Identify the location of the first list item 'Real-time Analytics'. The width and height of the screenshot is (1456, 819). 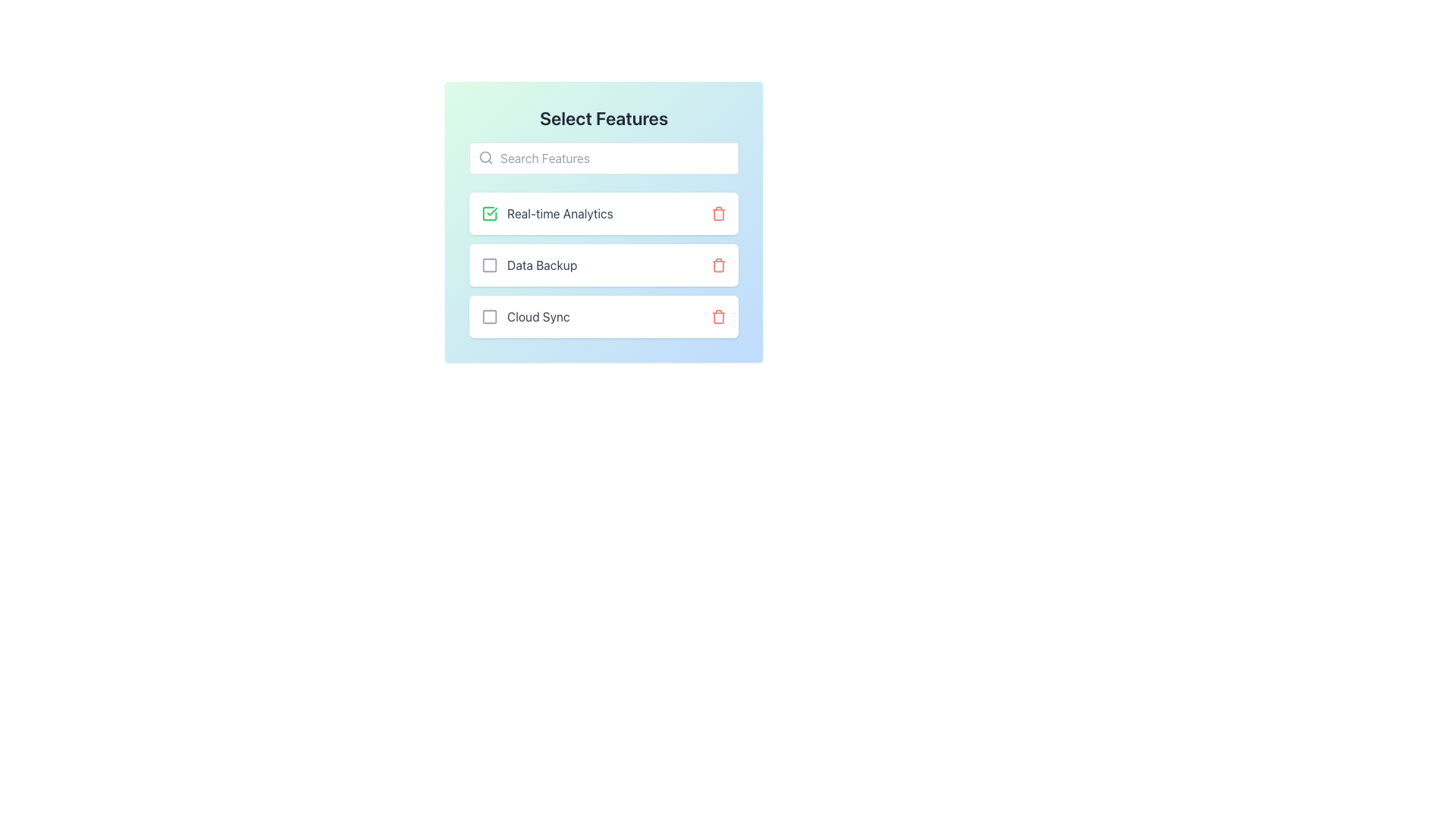
(603, 213).